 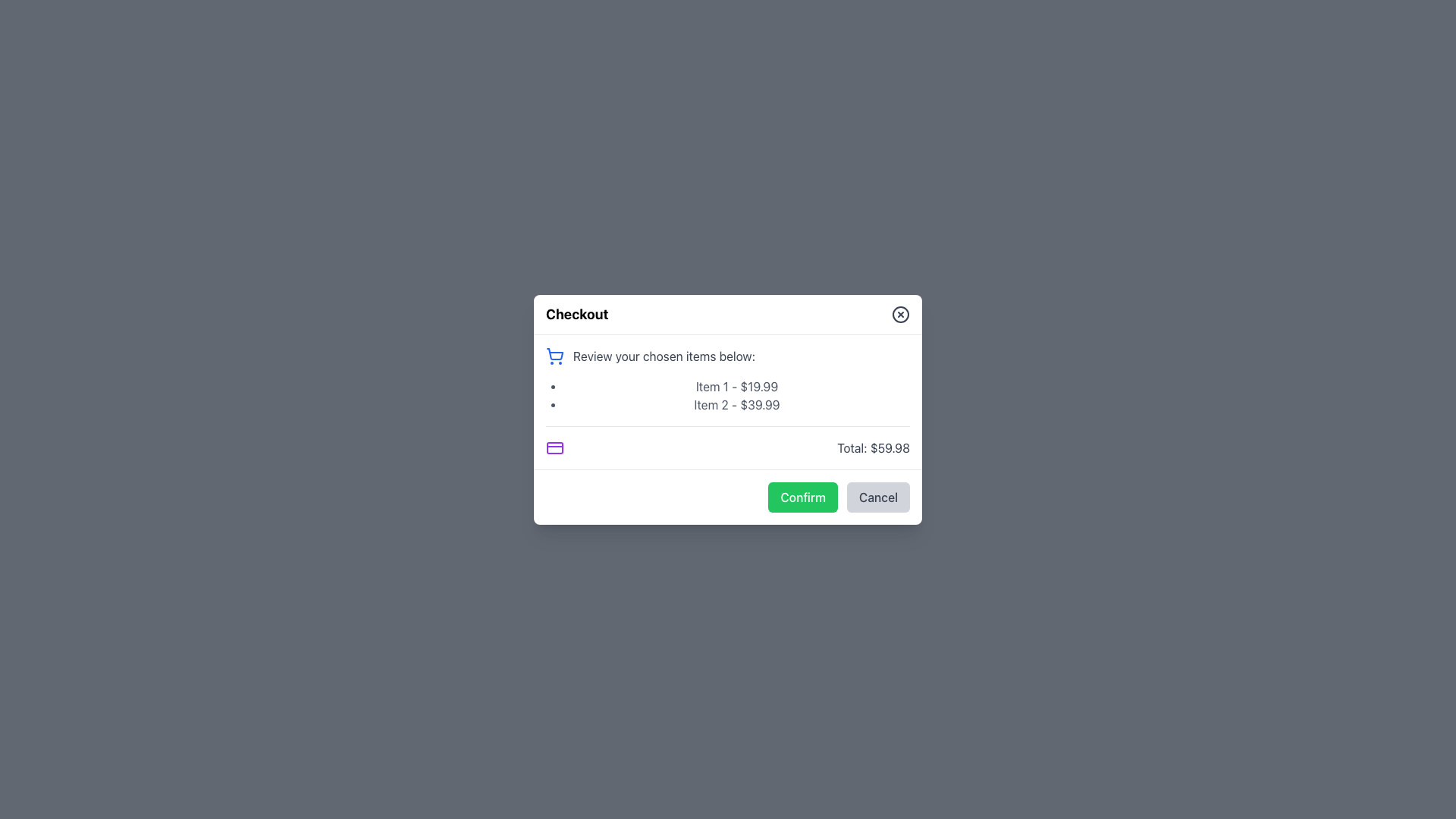 What do you see at coordinates (901, 312) in the screenshot?
I see `the circular close button with an 'X' icon located in the upper-right corner of the modal` at bounding box center [901, 312].